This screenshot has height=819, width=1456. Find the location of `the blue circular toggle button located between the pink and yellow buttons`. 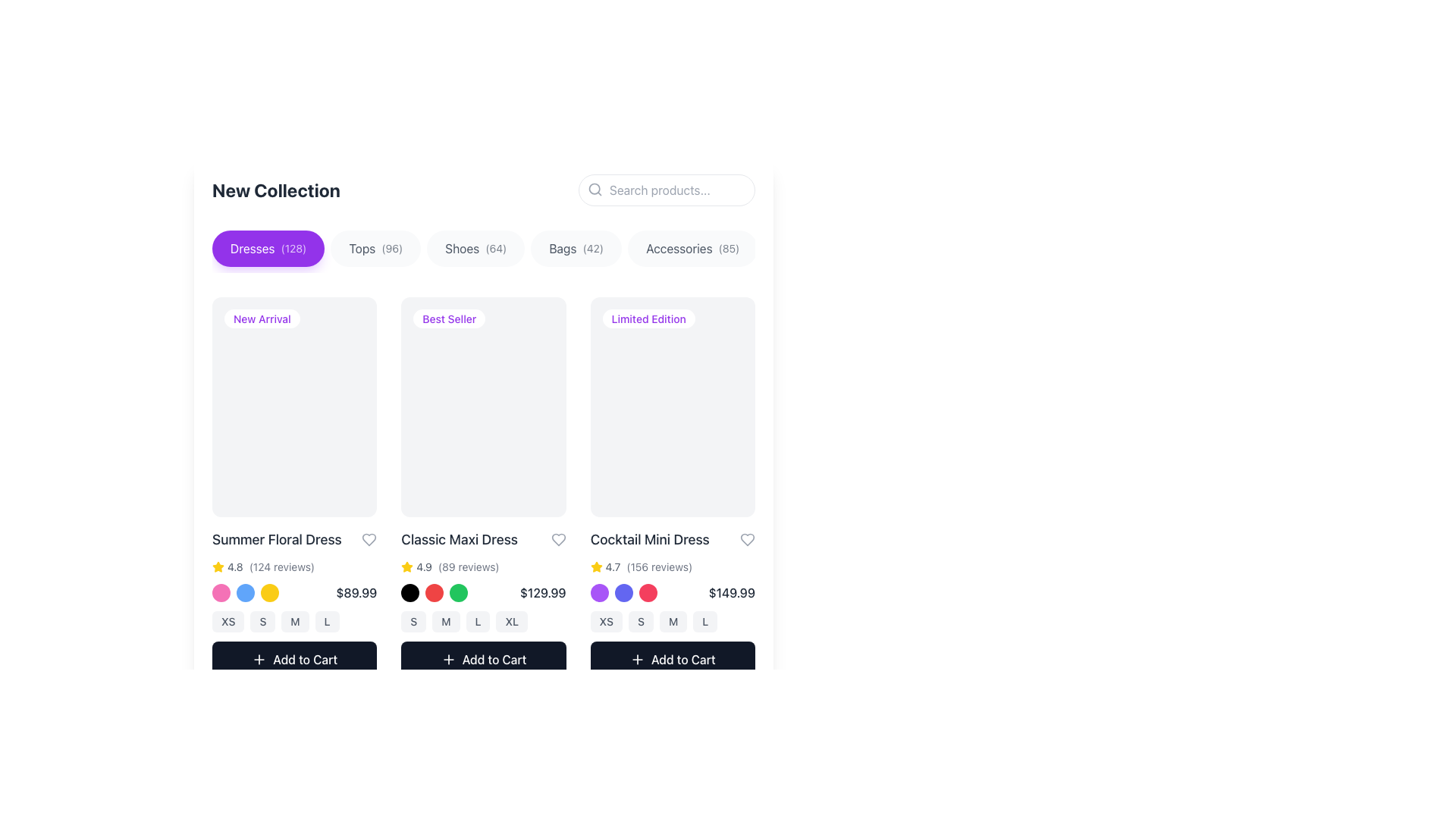

the blue circular toggle button located between the pink and yellow buttons is located at coordinates (246, 591).